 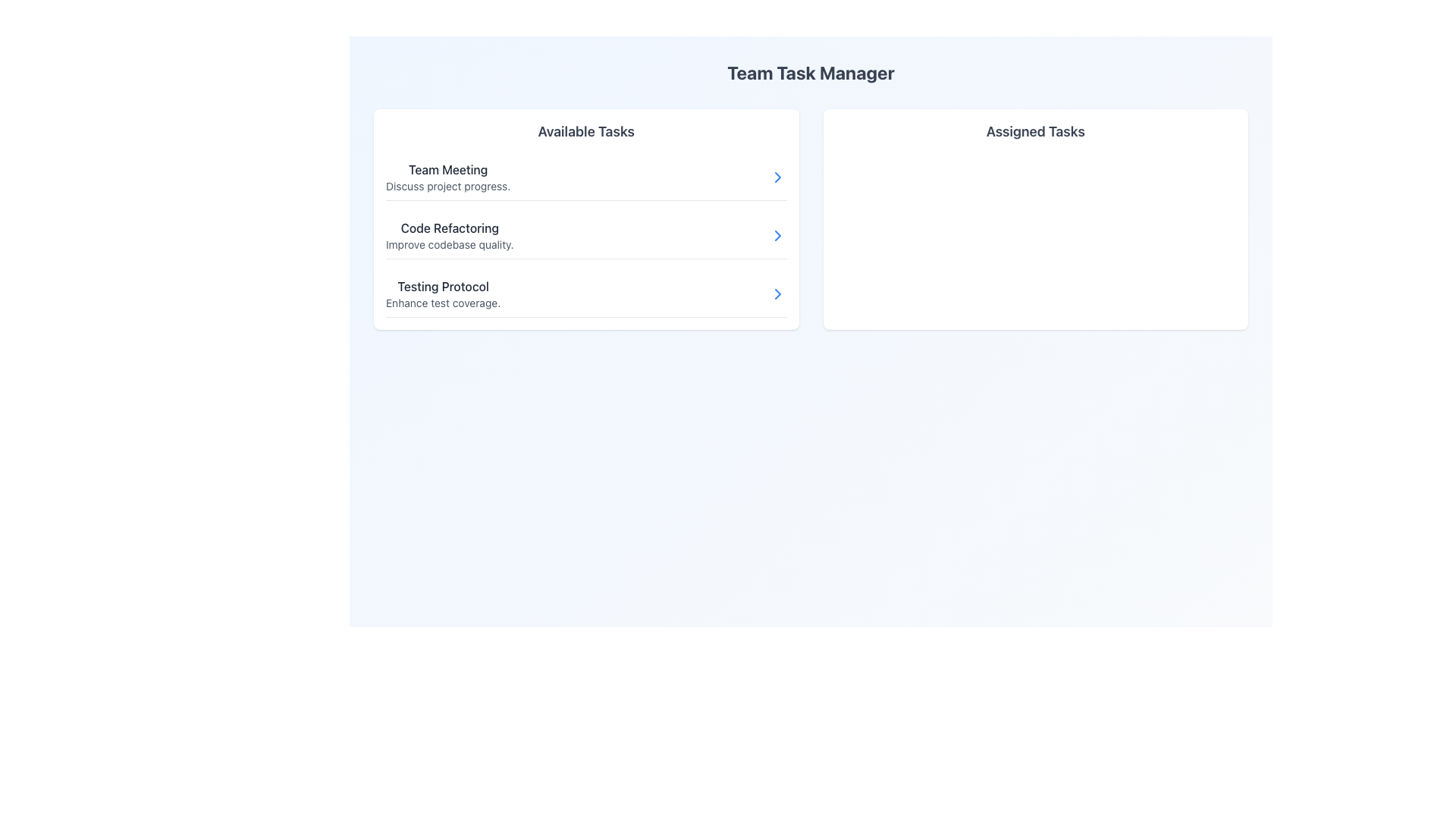 What do you see at coordinates (777, 236) in the screenshot?
I see `the right-pointing chevron arrow button next to the 'Code Refactoring' task in the 'Available Tasks' list` at bounding box center [777, 236].